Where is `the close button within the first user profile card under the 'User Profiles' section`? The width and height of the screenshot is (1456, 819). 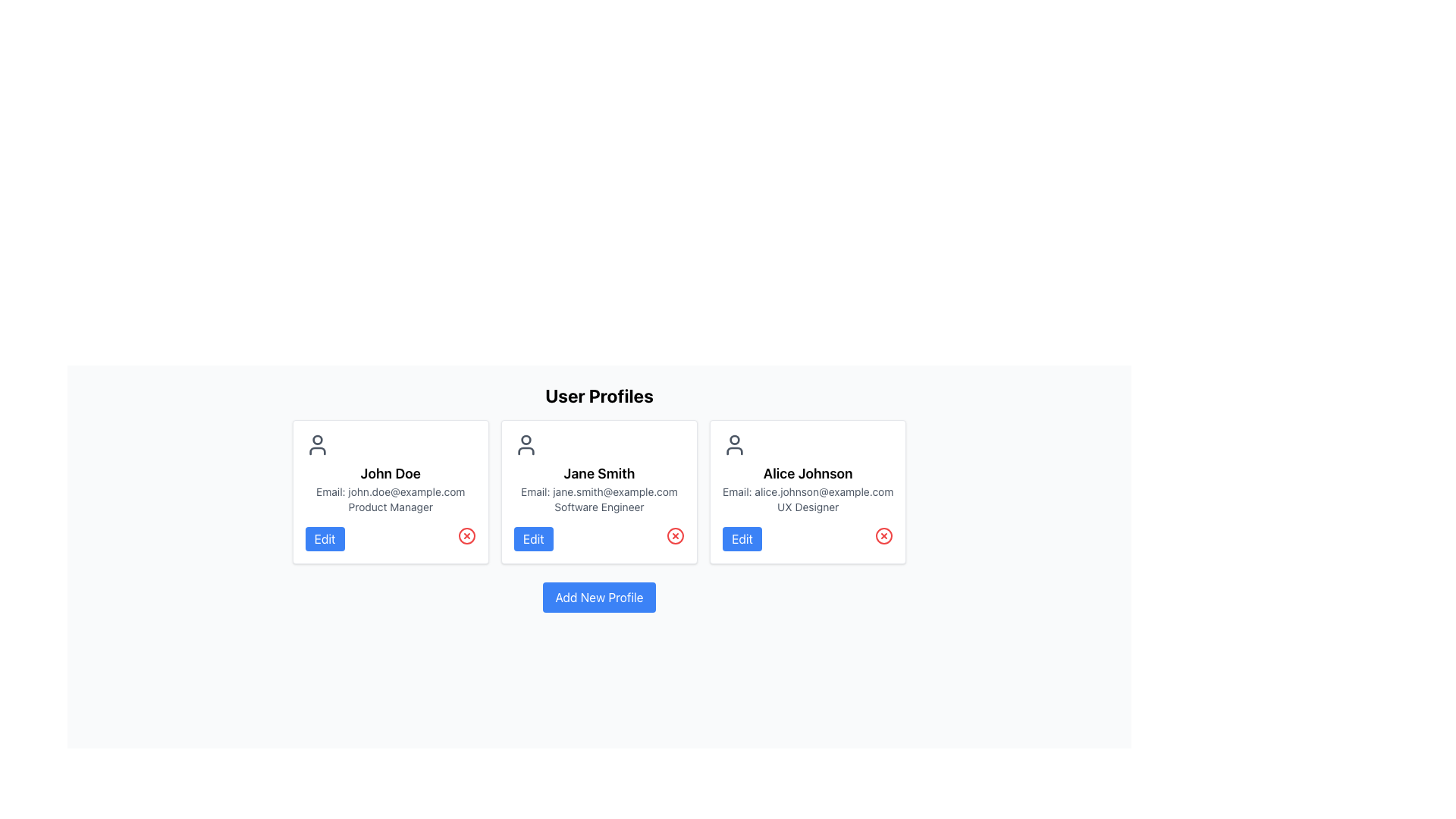 the close button within the first user profile card under the 'User Profiles' section is located at coordinates (466, 535).